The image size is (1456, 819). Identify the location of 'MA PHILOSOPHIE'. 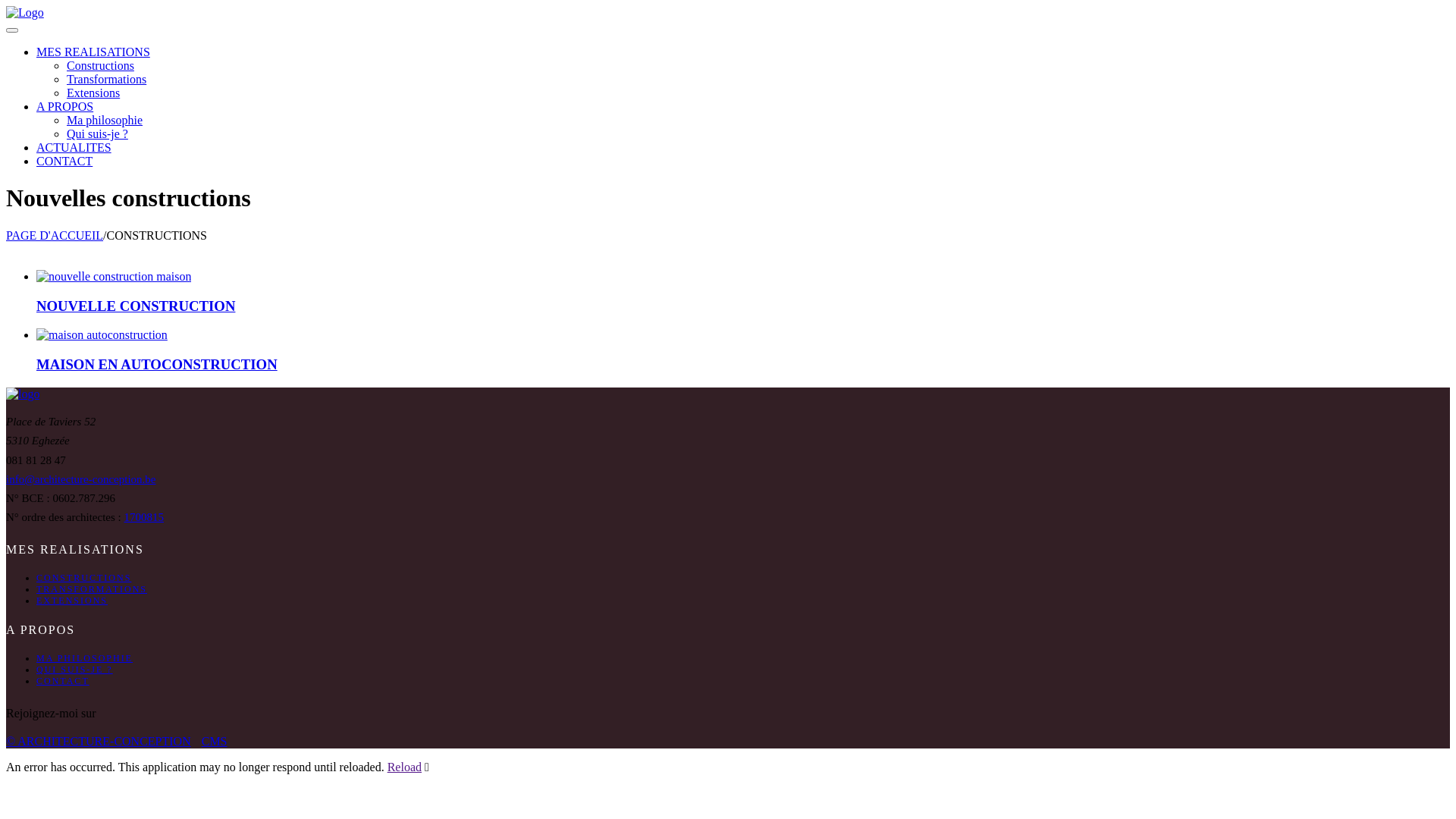
(83, 657).